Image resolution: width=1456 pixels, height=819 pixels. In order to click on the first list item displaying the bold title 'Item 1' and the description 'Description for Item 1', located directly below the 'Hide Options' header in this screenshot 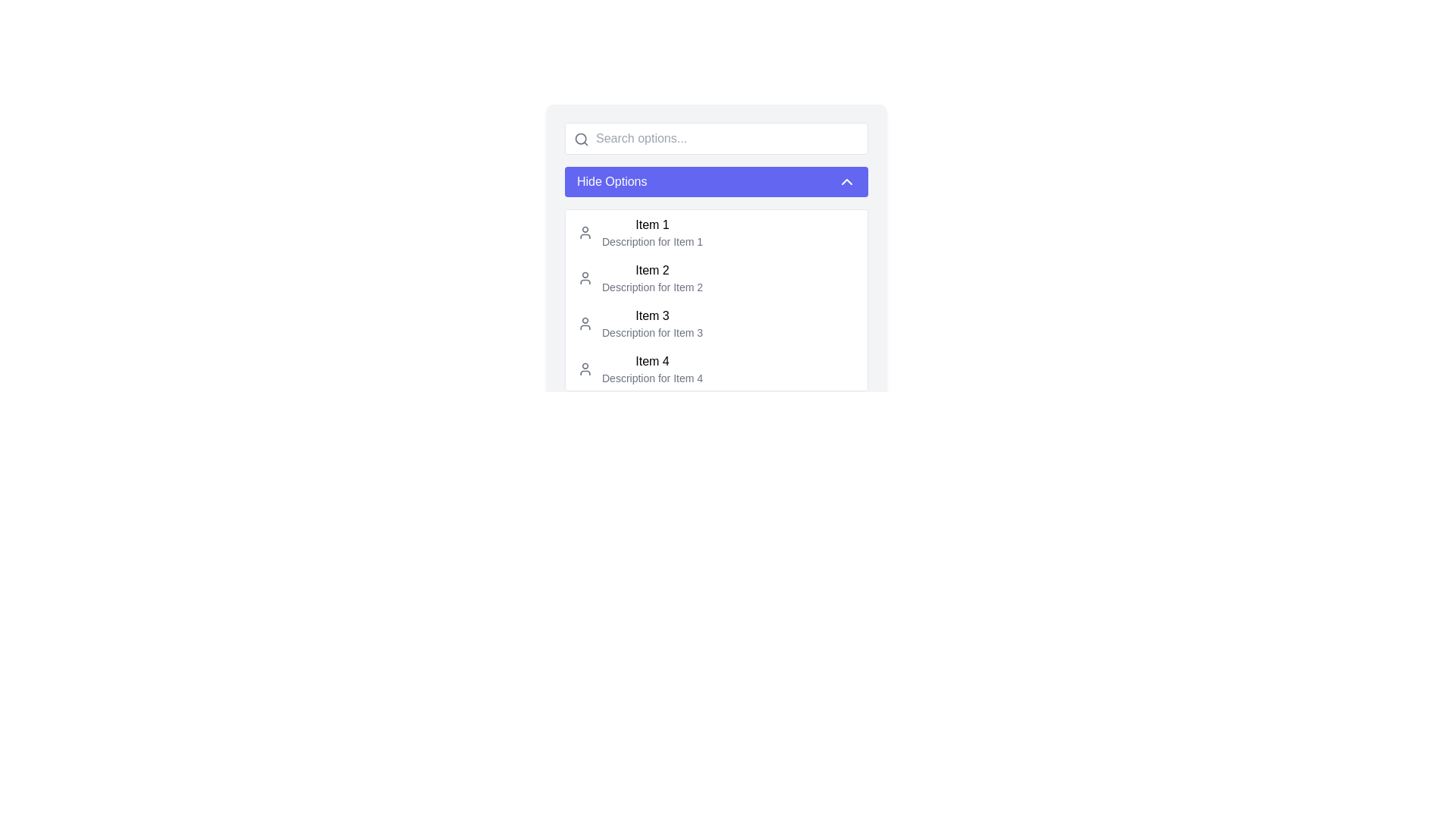, I will do `click(652, 233)`.